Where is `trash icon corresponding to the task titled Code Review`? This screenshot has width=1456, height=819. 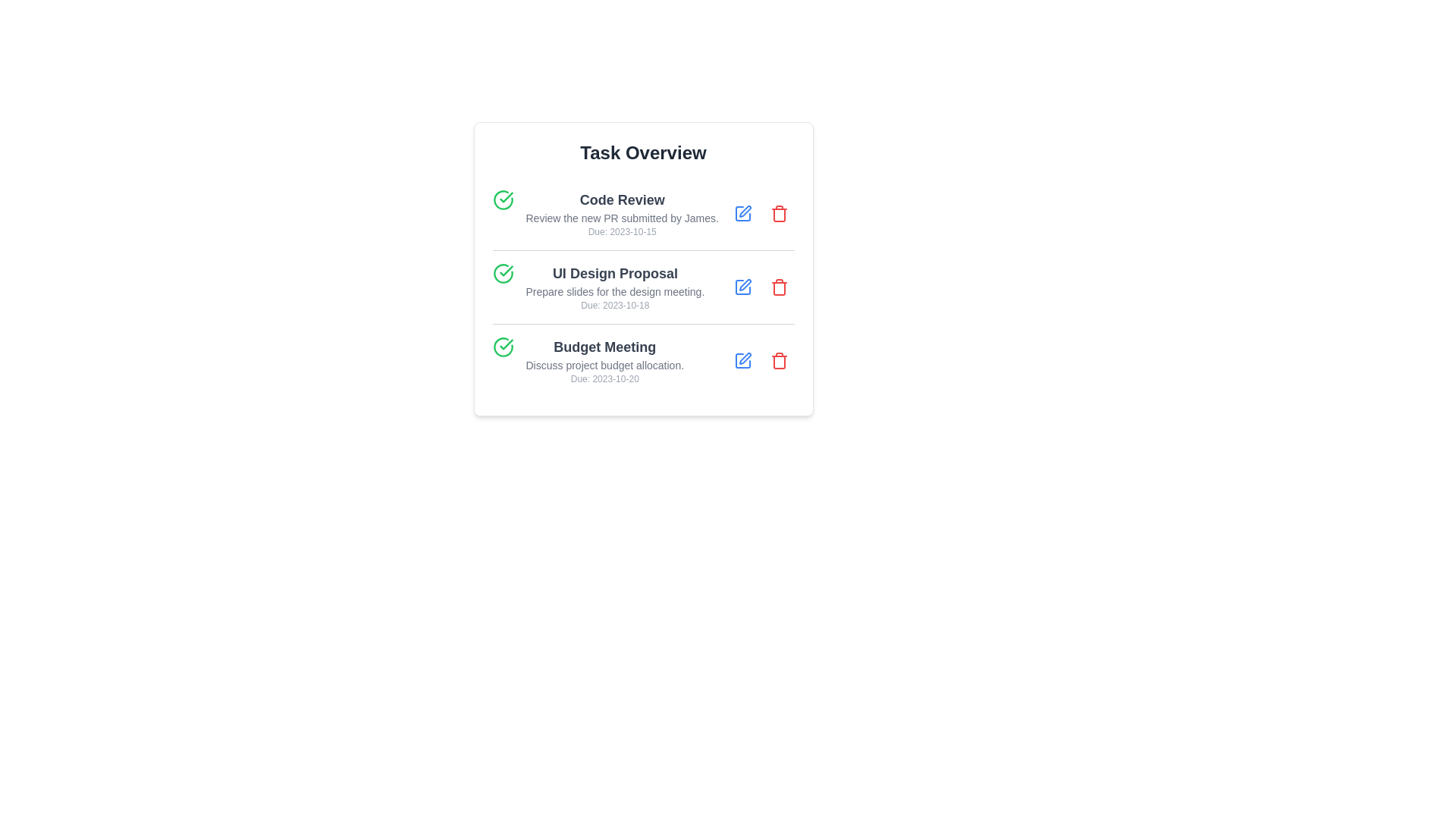
trash icon corresponding to the task titled Code Review is located at coordinates (779, 213).